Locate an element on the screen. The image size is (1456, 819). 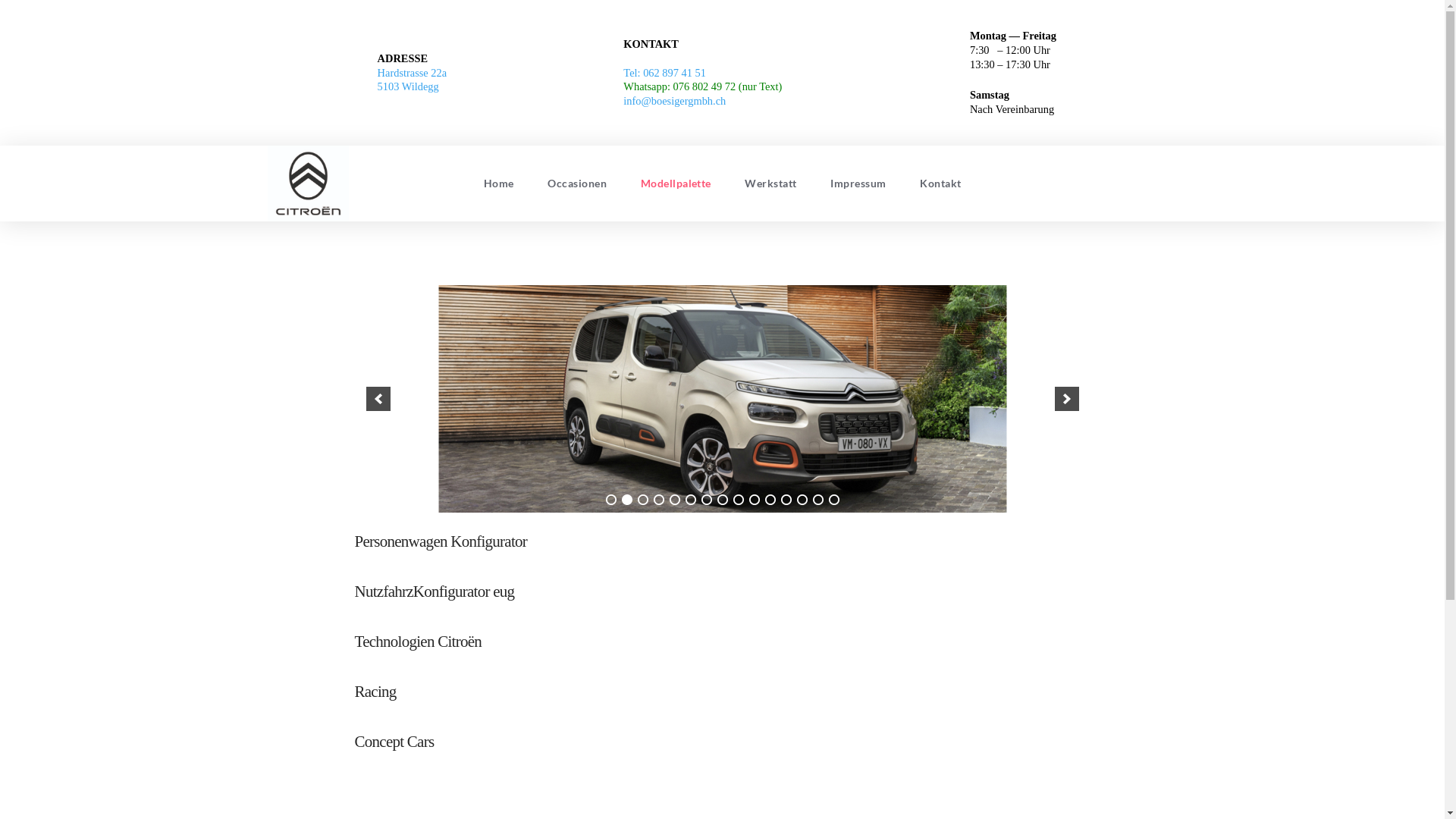
'Personenwagen Konfigurator' is located at coordinates (440, 540).